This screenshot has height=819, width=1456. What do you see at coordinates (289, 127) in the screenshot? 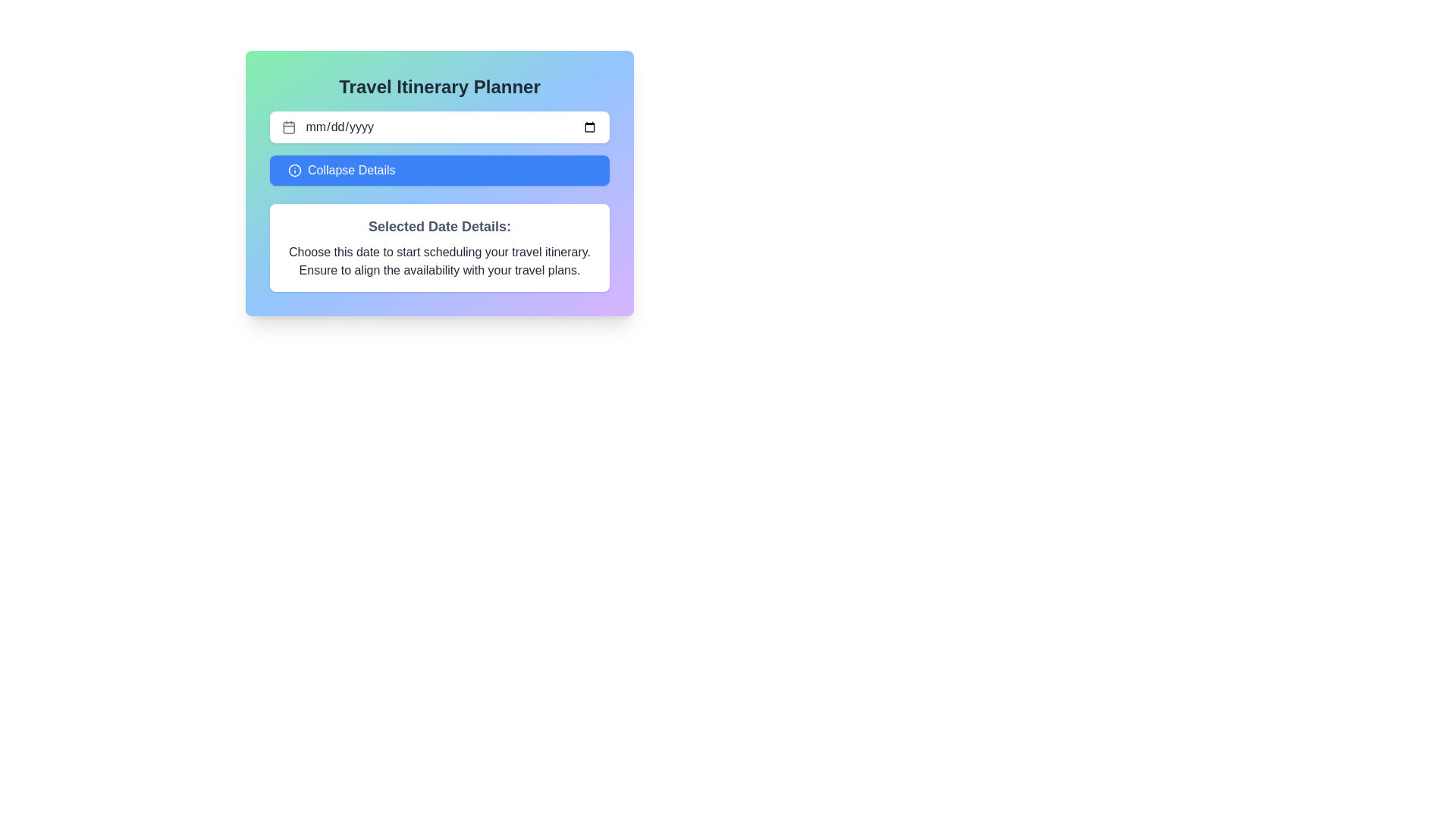
I see `the decorative component of the calendar icon used for the date picker, which is the inner rectangular shape positioned third among its siblings on the left side of the date input field` at bounding box center [289, 127].